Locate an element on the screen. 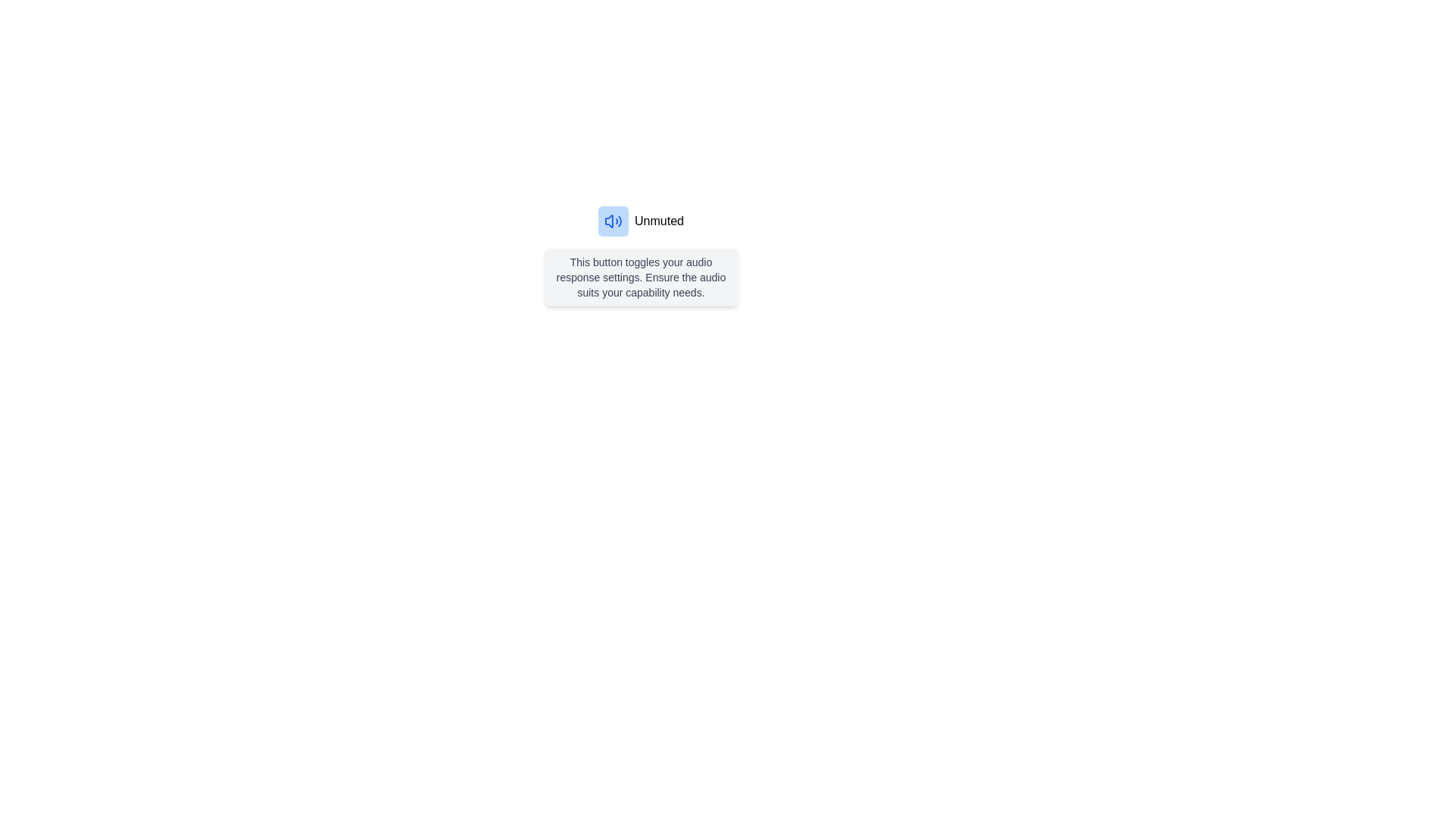  the leftmost part of the blue-colored speaker icon that represents the speaker cone in the SVG icon above the text 'Unmuted' is located at coordinates (609, 221).